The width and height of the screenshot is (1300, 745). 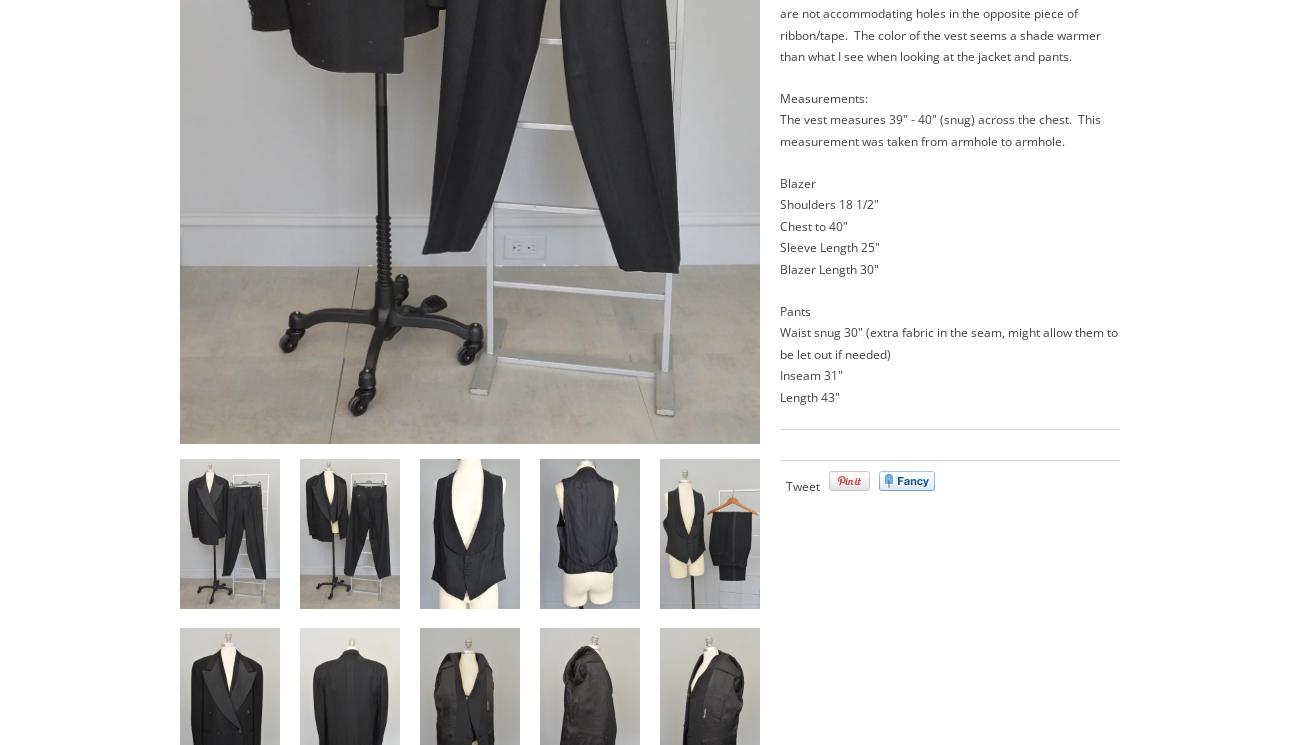 What do you see at coordinates (779, 246) in the screenshot?
I see `'Sleeve Length 25"'` at bounding box center [779, 246].